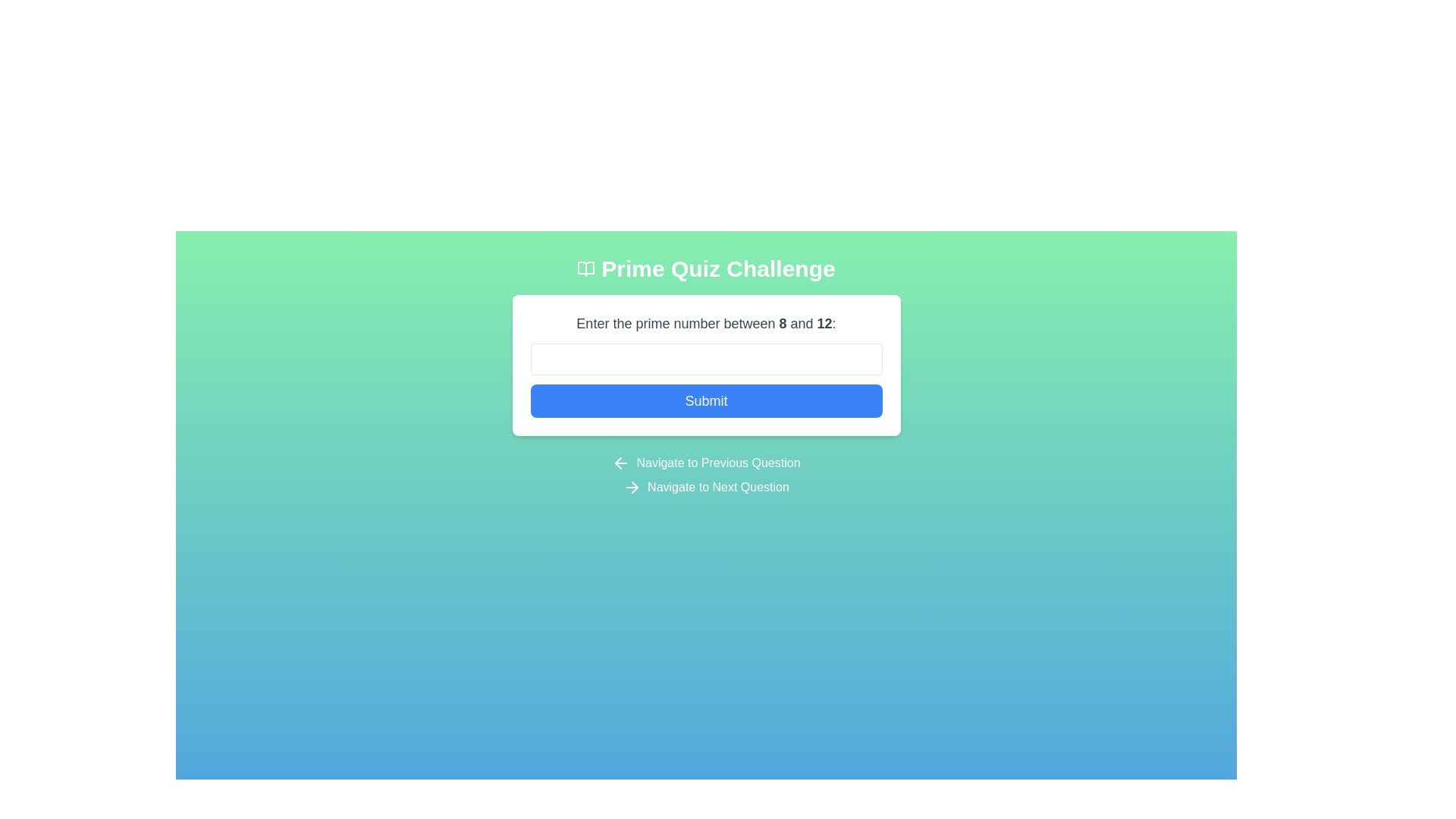 The image size is (1456, 819). What do you see at coordinates (632, 488) in the screenshot?
I see `the forward arrow icon with a thin outline, pointing right, located near the bottom-center of the interface, to the left of the text 'Navigate to Next Question'` at bounding box center [632, 488].